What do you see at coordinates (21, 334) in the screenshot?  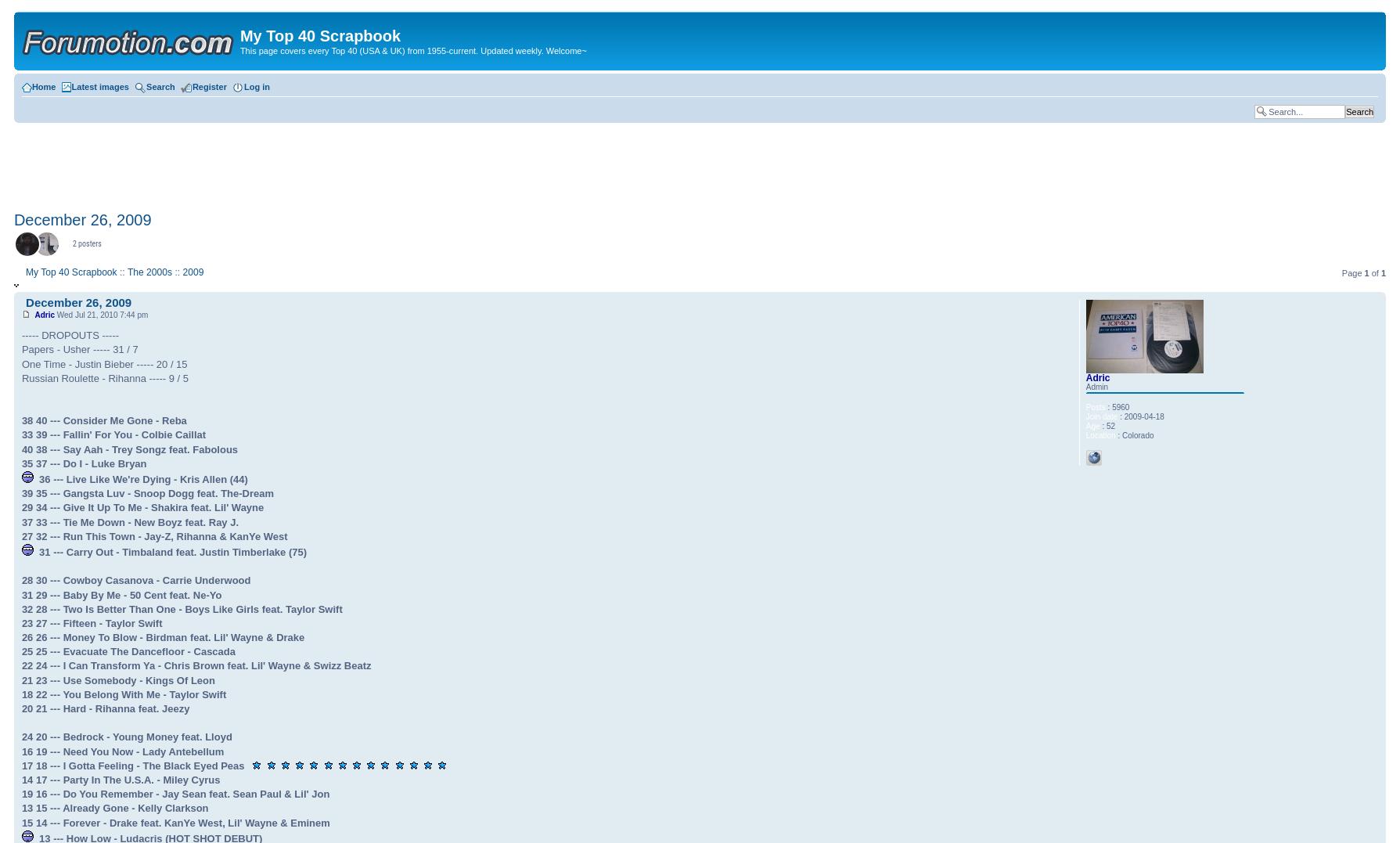 I see `'----- DROPOUTS -----'` at bounding box center [21, 334].